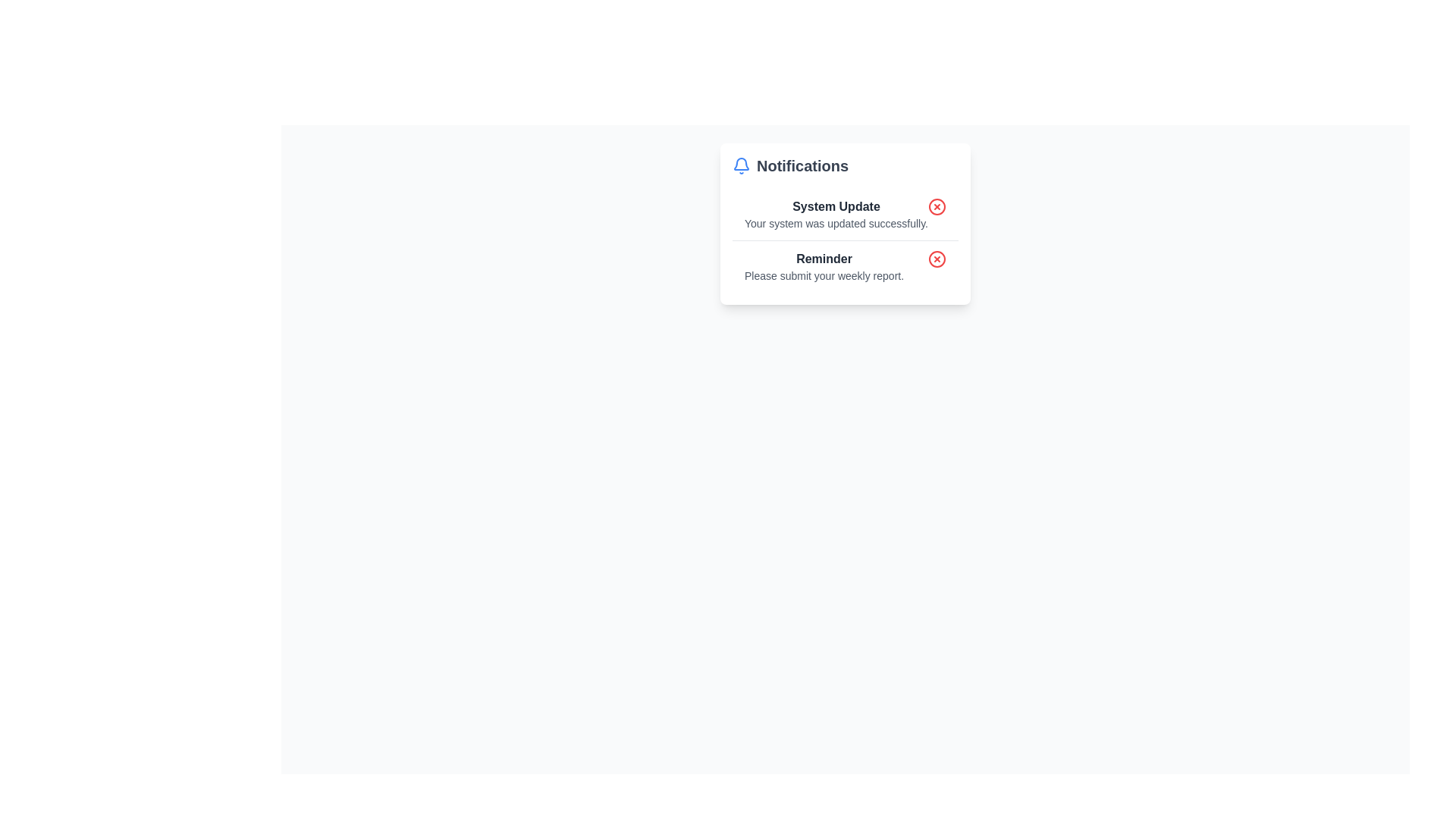  I want to click on the text label that serves as a header for the notification section, located at the top left corner of the notification card, aligned to the left of the heading text 'Notifications', so click(789, 166).